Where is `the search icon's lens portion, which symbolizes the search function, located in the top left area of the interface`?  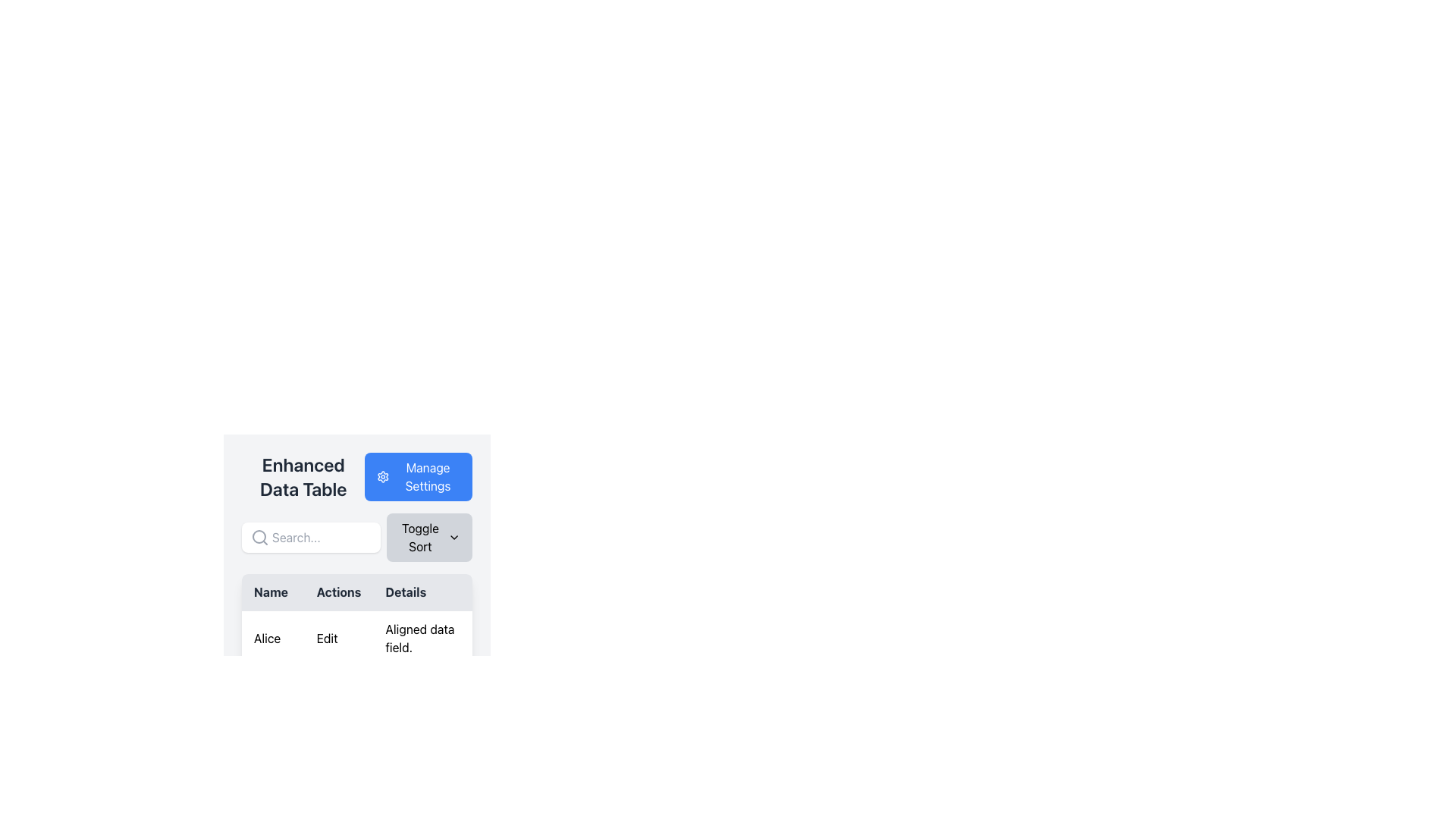 the search icon's lens portion, which symbolizes the search function, located in the top left area of the interface is located at coordinates (259, 536).